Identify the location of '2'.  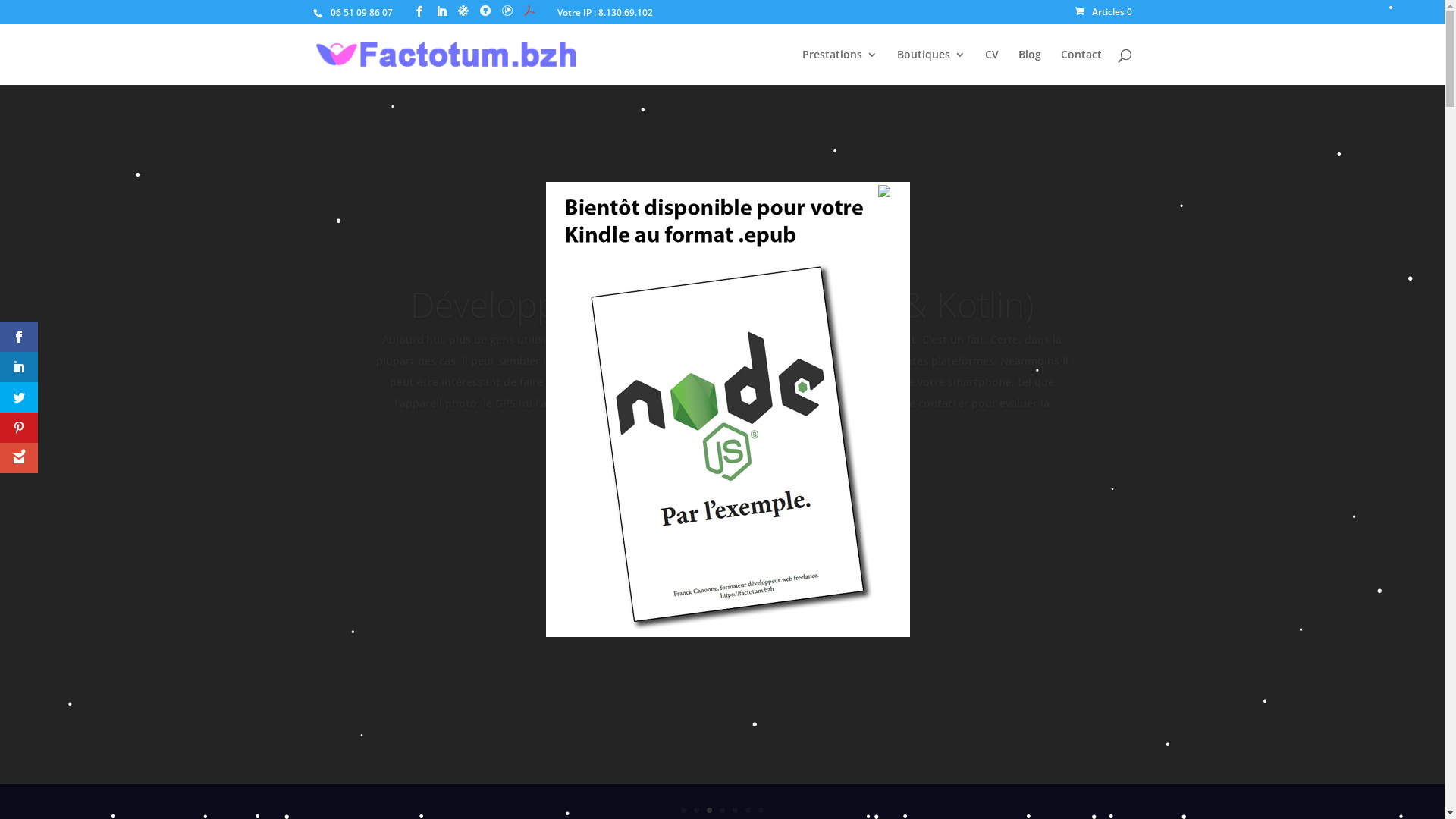
(695, 809).